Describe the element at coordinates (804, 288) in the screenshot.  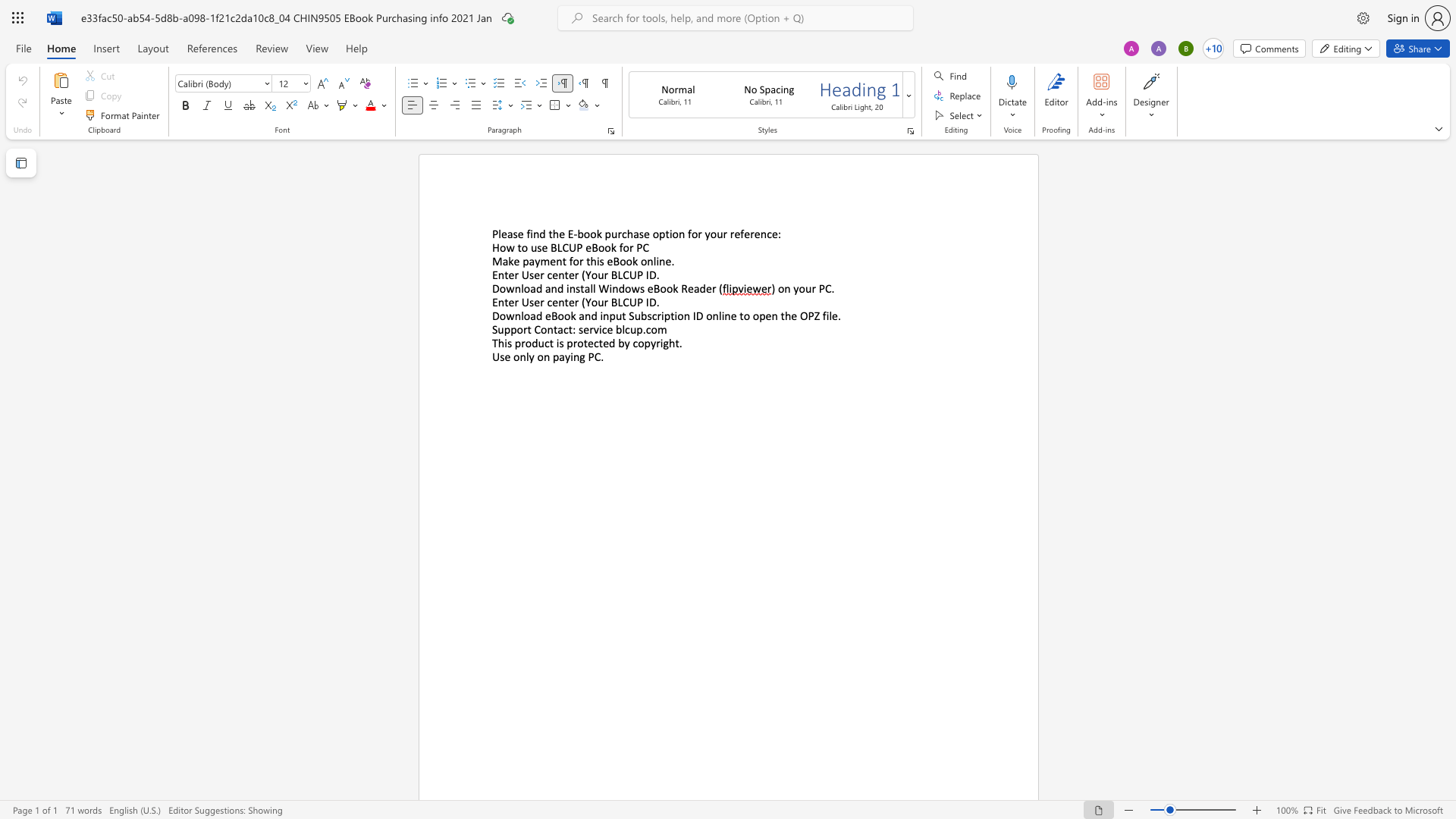
I see `the space between the continuous character "o" and "u" in the text` at that location.